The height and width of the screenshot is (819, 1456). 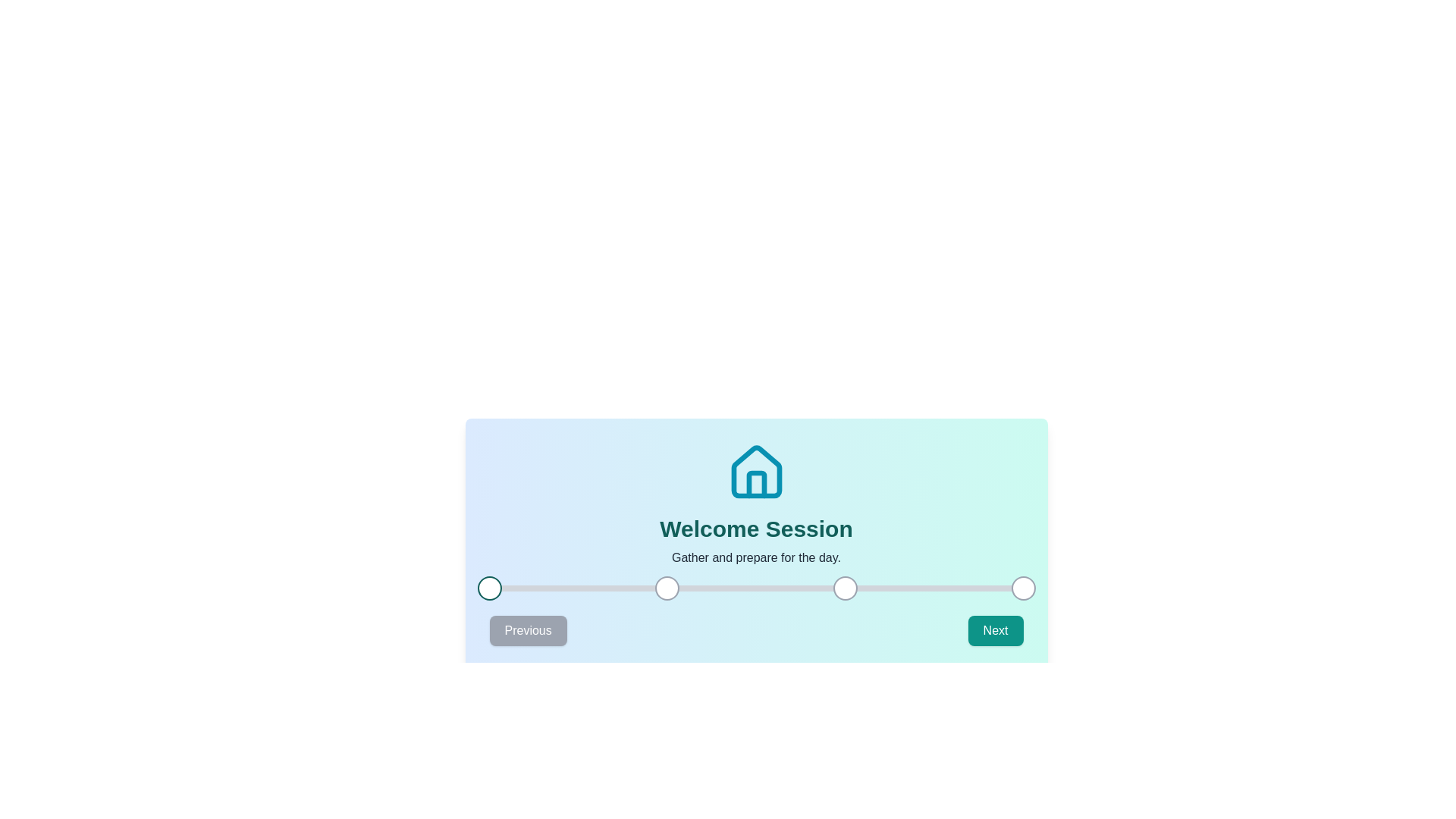 What do you see at coordinates (996, 631) in the screenshot?
I see `the Next button to navigate to the Next step` at bounding box center [996, 631].